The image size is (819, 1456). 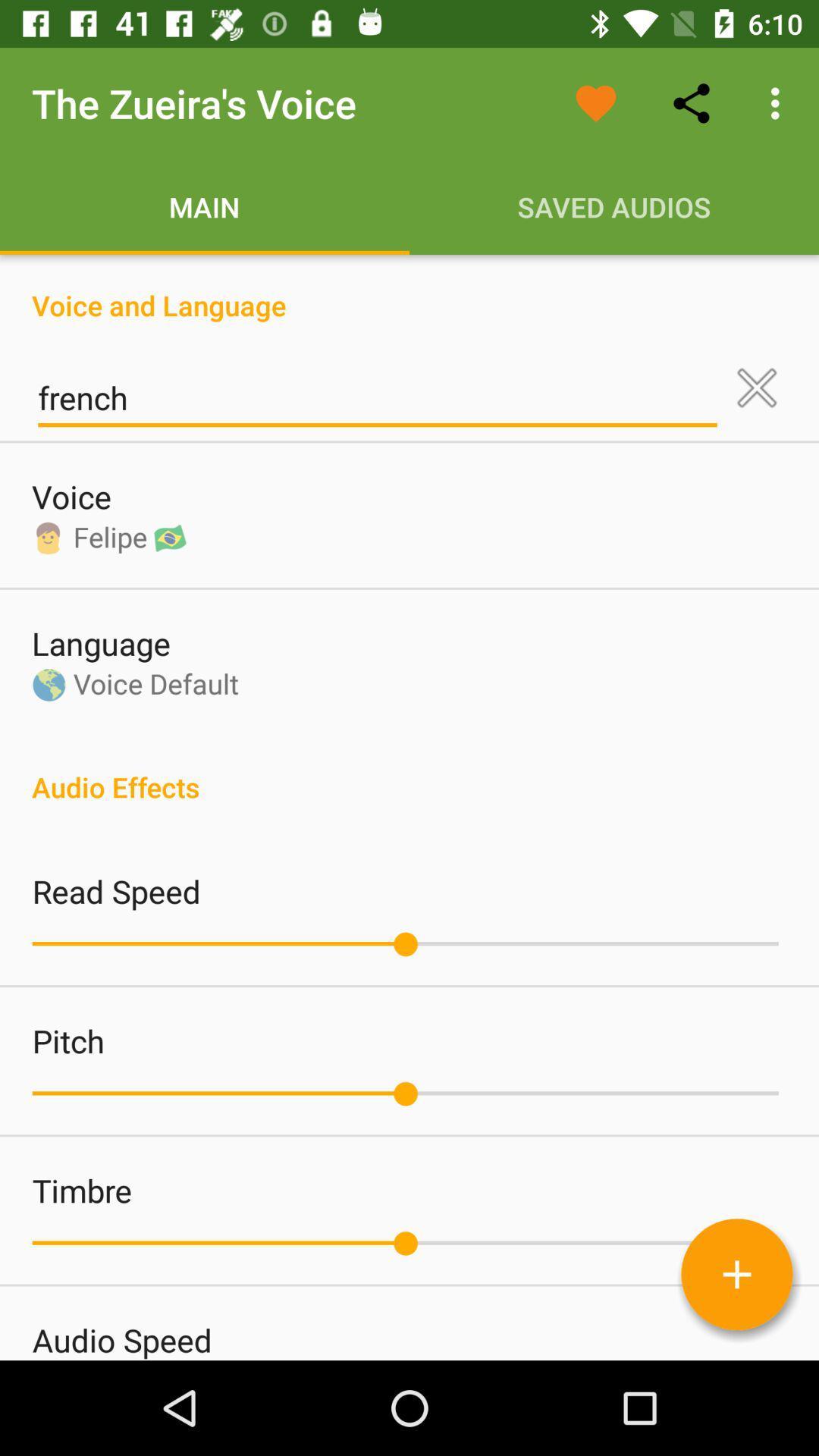 What do you see at coordinates (736, 1274) in the screenshot?
I see `icon to the right of the audio speed icon` at bounding box center [736, 1274].